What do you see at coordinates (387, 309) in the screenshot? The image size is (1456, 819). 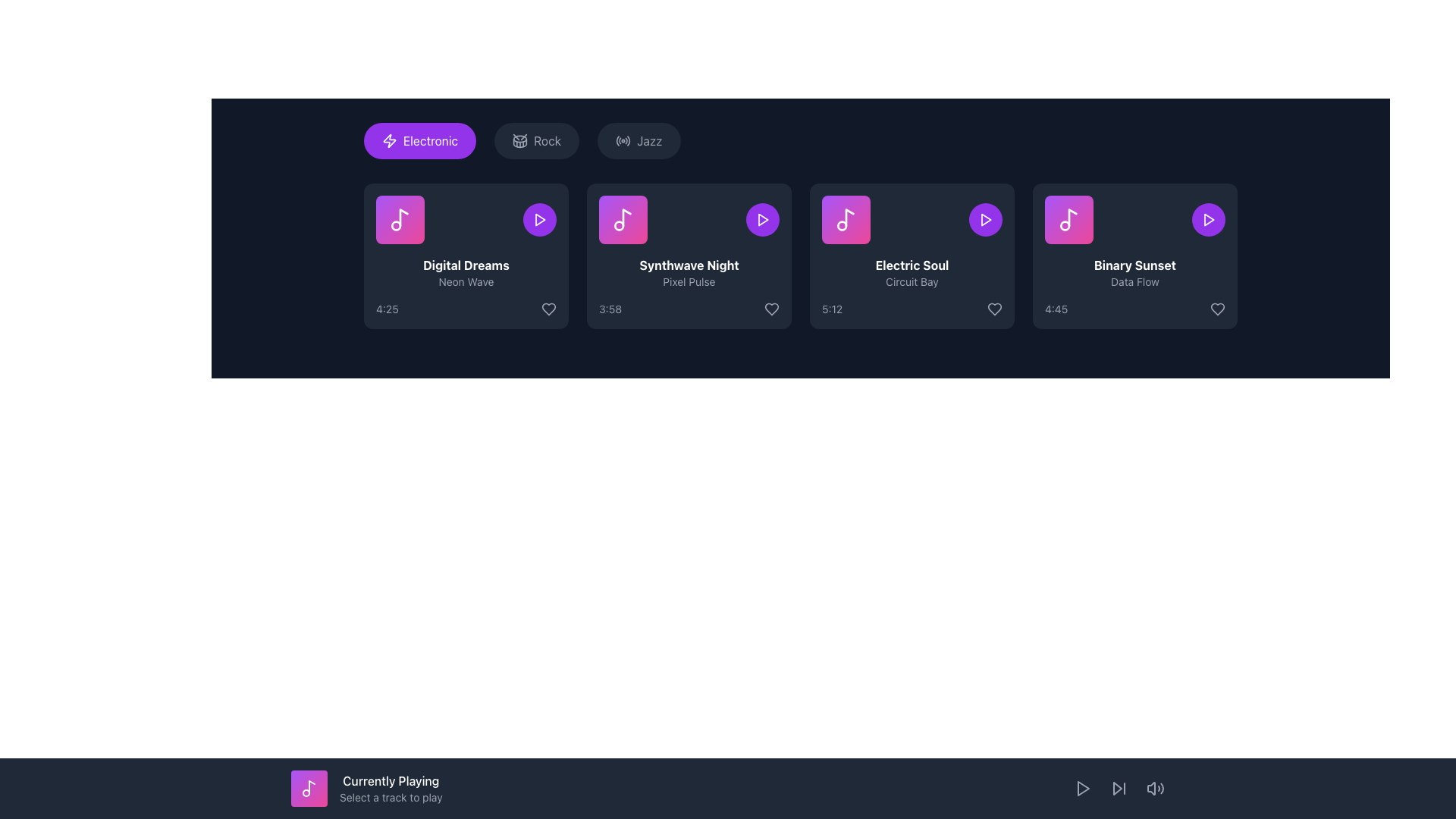 I see `the text label displaying the duration or time associated with the 'Digital Dreams' card, located at the bottom left corner next to the heart icon` at bounding box center [387, 309].